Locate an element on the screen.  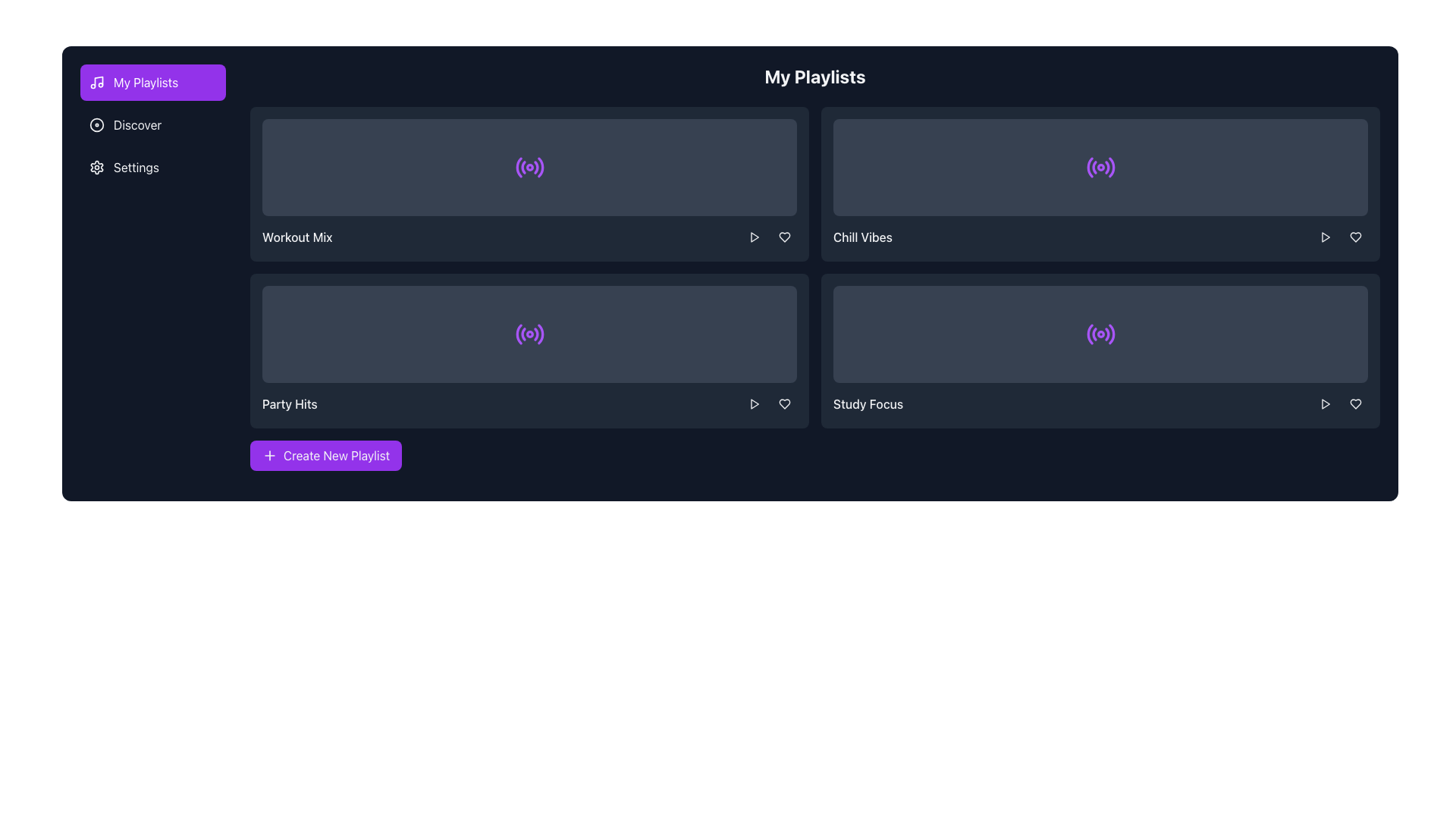
the 'Chill Vibes' playlist card located in the second column of the first row in the 'My Playlists' section is located at coordinates (1100, 167).